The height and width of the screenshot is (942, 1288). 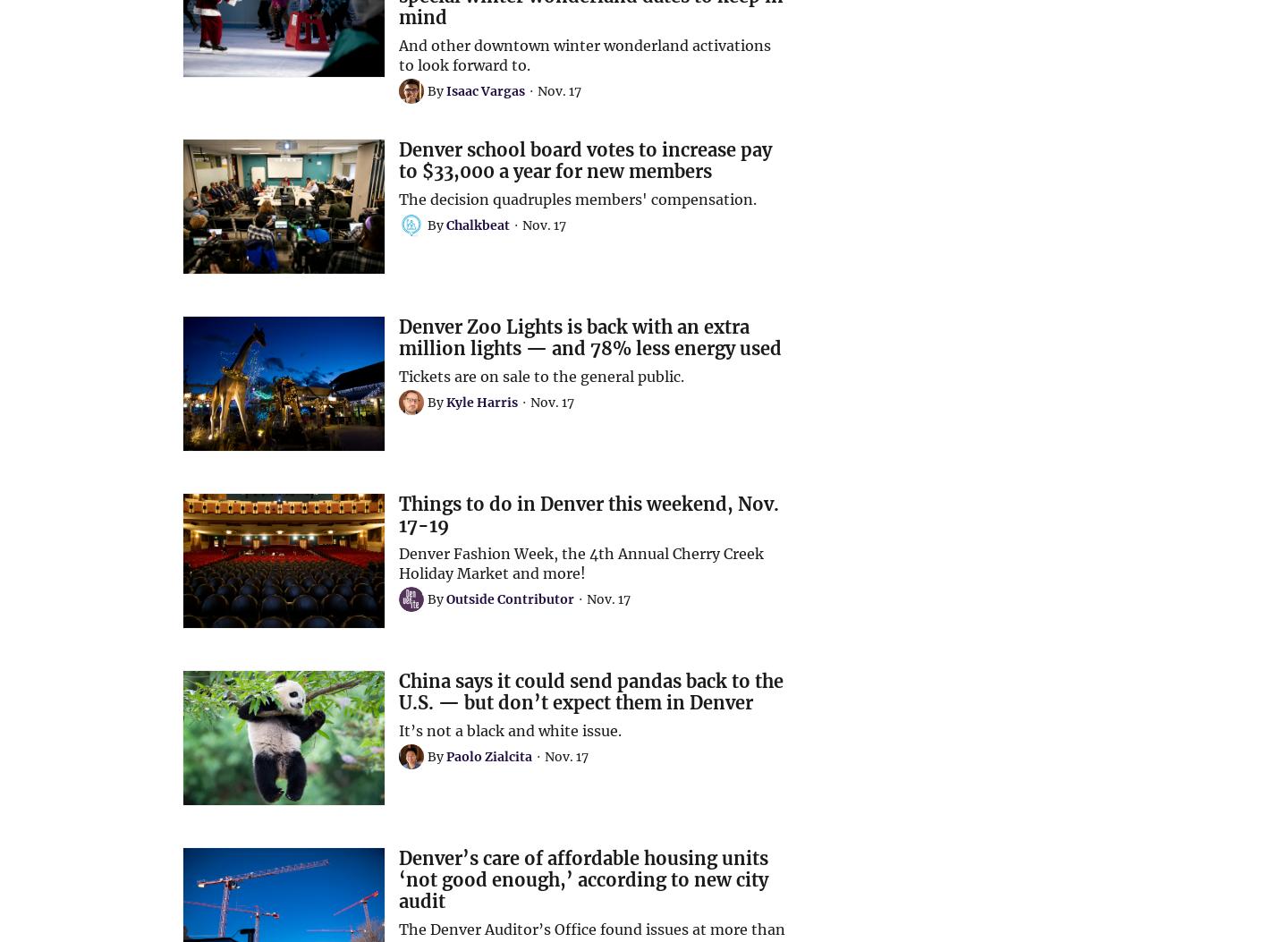 I want to click on 'Denver’s care of affordable housing units ‘not good enough,’ according to new city audit', so click(x=582, y=879).